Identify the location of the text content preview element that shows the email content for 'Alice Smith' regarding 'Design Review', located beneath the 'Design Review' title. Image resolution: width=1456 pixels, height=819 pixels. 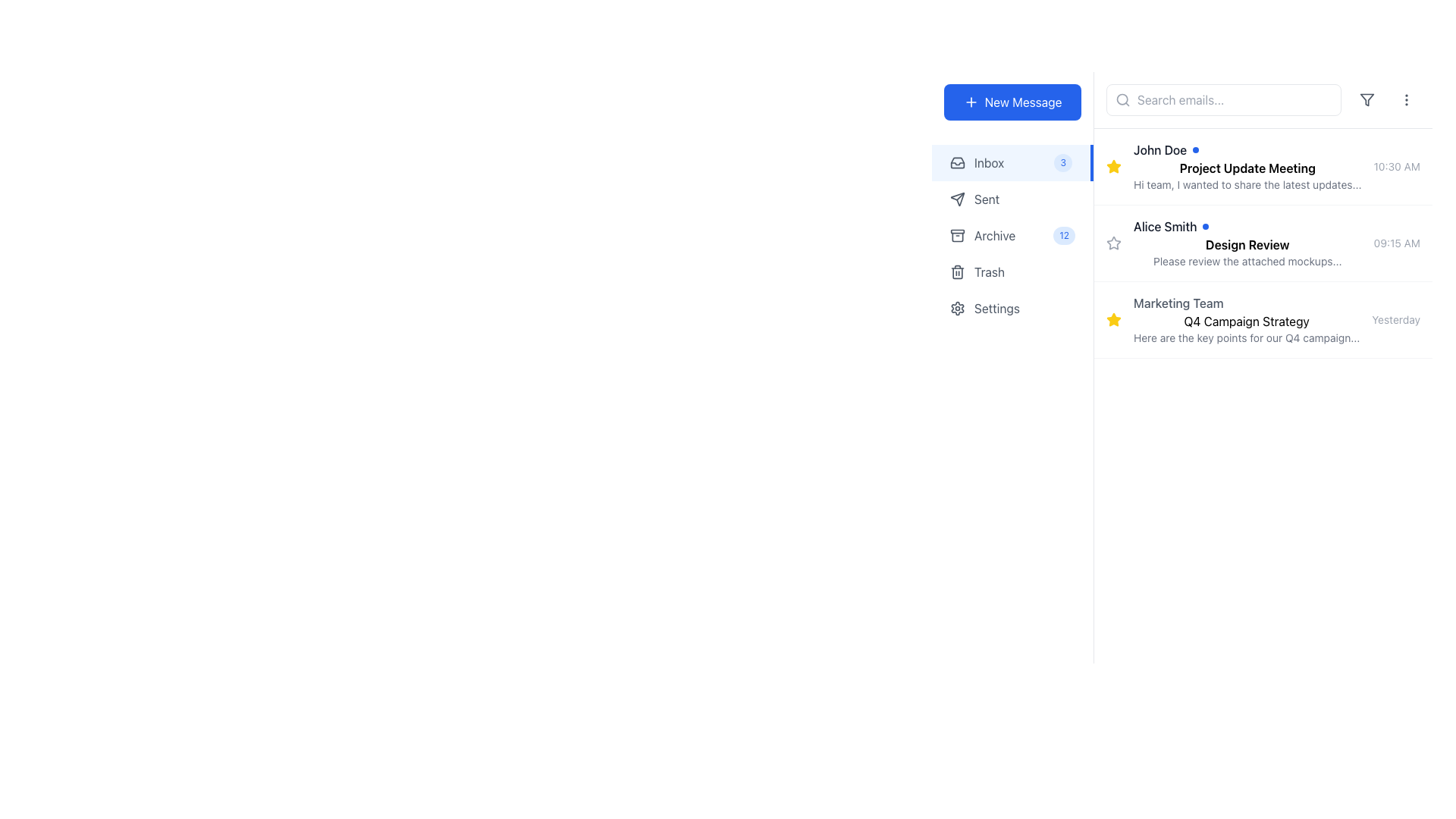
(1247, 260).